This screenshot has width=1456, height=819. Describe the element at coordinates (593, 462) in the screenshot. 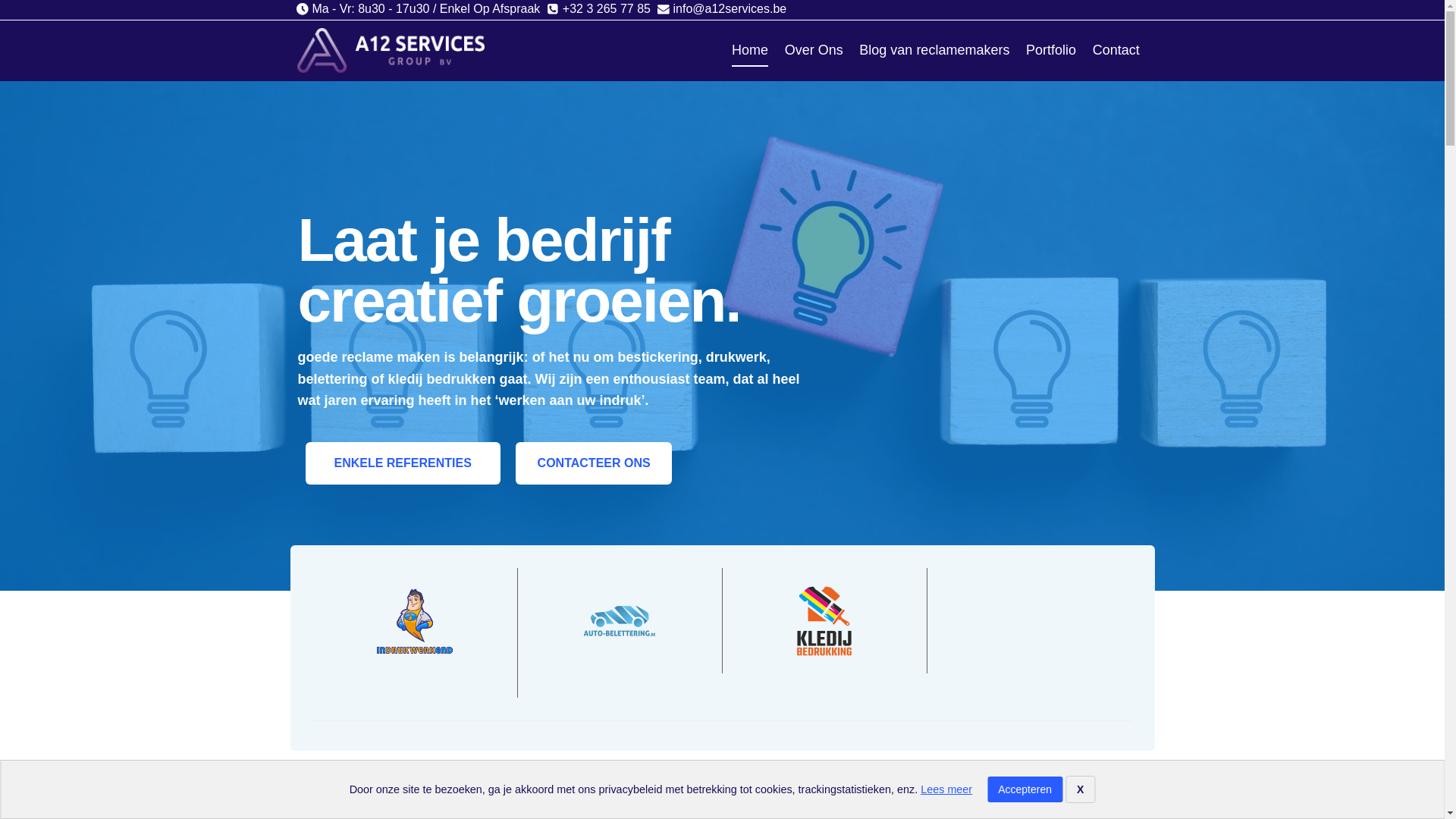

I see `'CONTACTEER ONS'` at that location.